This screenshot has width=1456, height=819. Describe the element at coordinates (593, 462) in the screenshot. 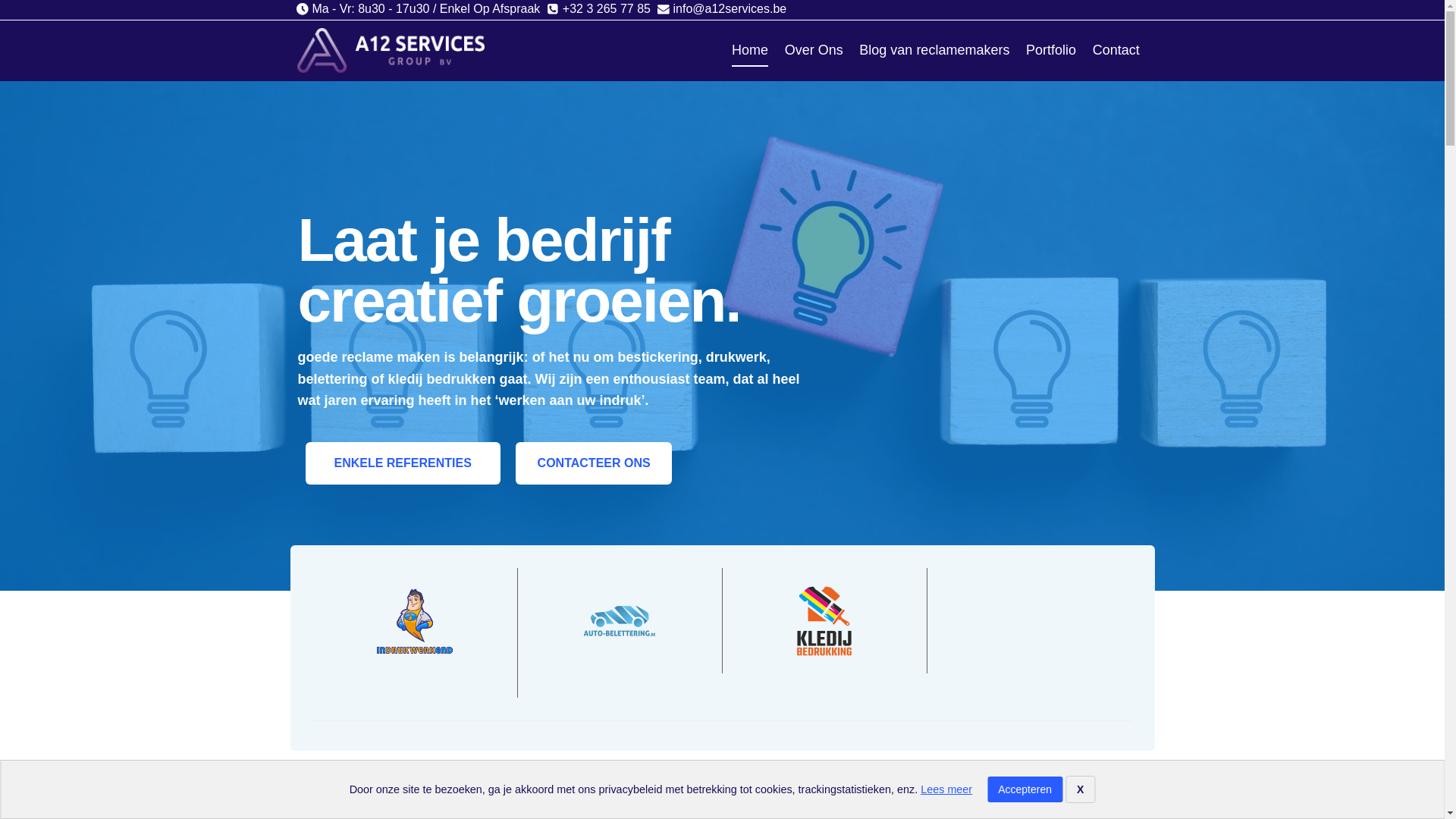

I see `'CONTACTEER ONS'` at that location.